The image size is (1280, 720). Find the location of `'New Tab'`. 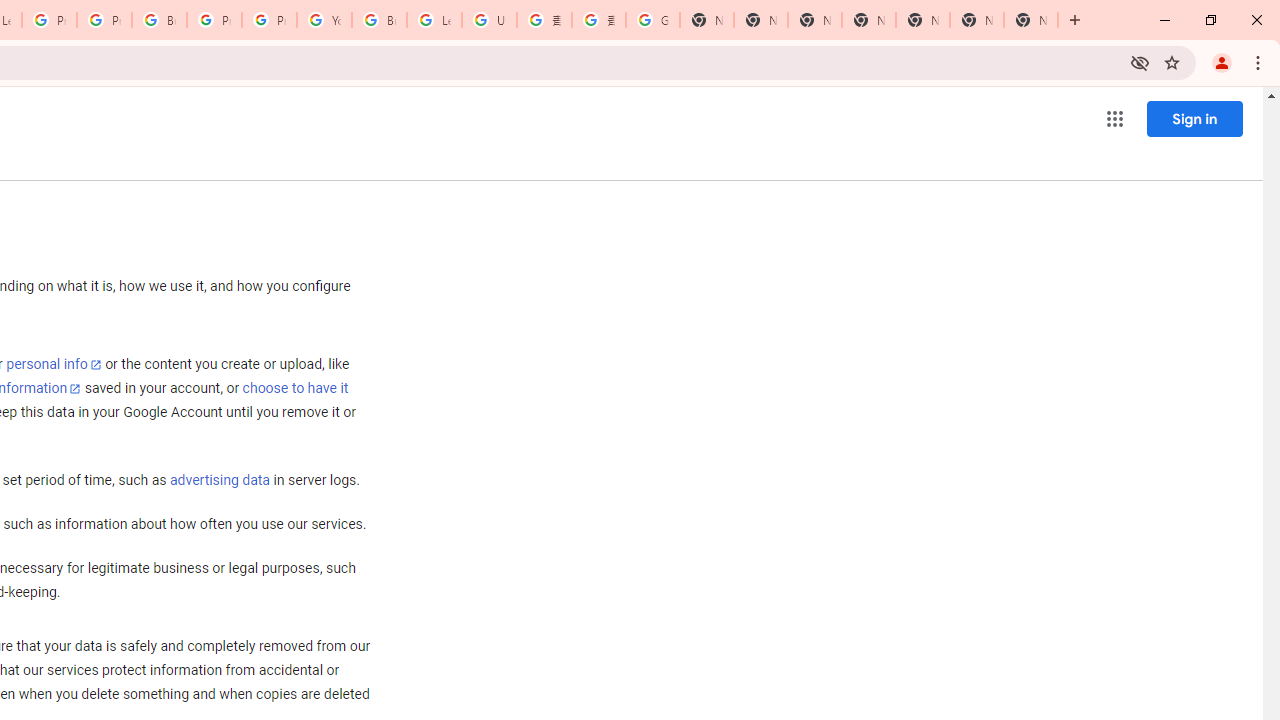

'New Tab' is located at coordinates (1031, 20).